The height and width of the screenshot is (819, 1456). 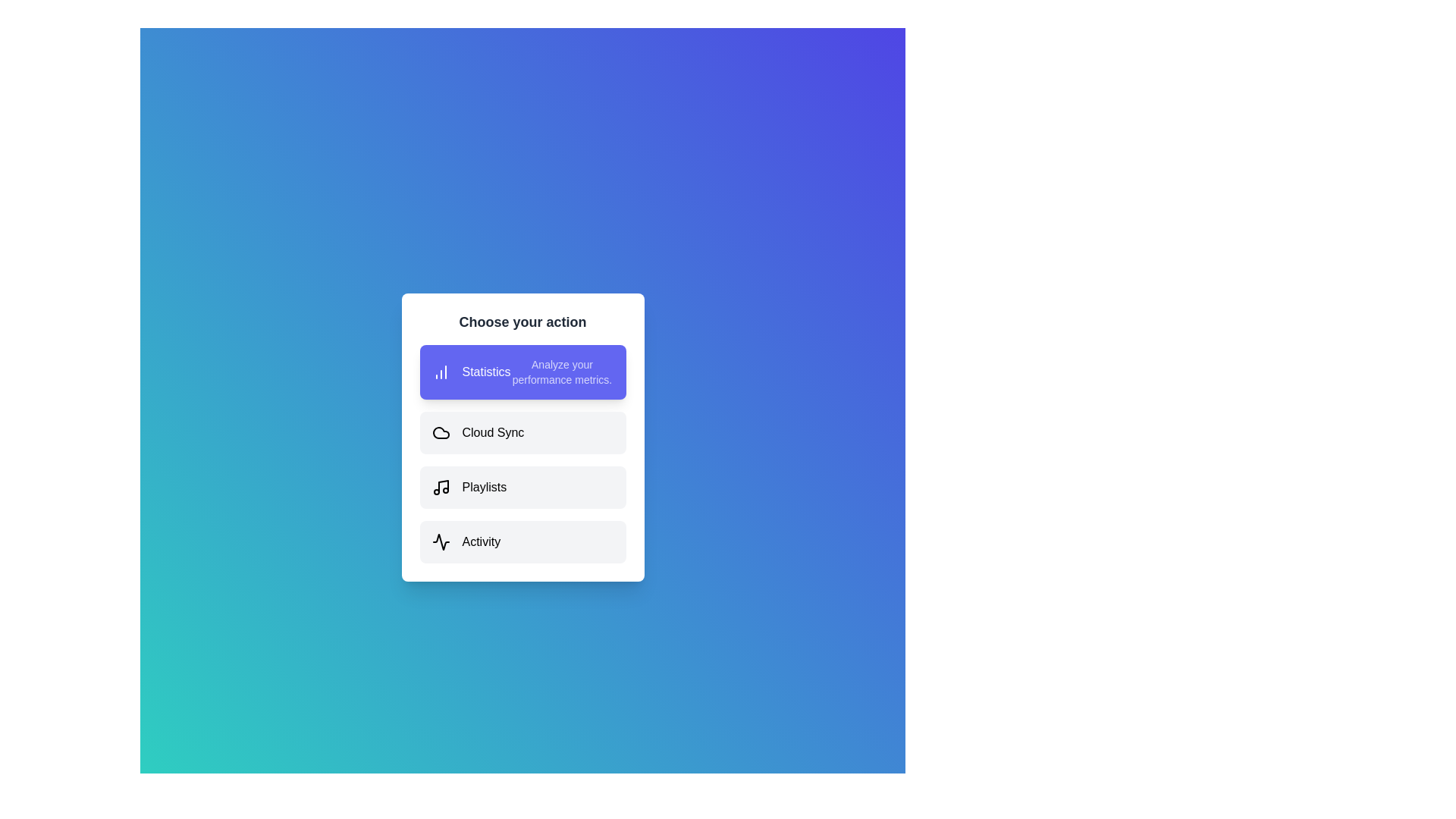 What do you see at coordinates (522, 372) in the screenshot?
I see `the option Statistics from the list` at bounding box center [522, 372].